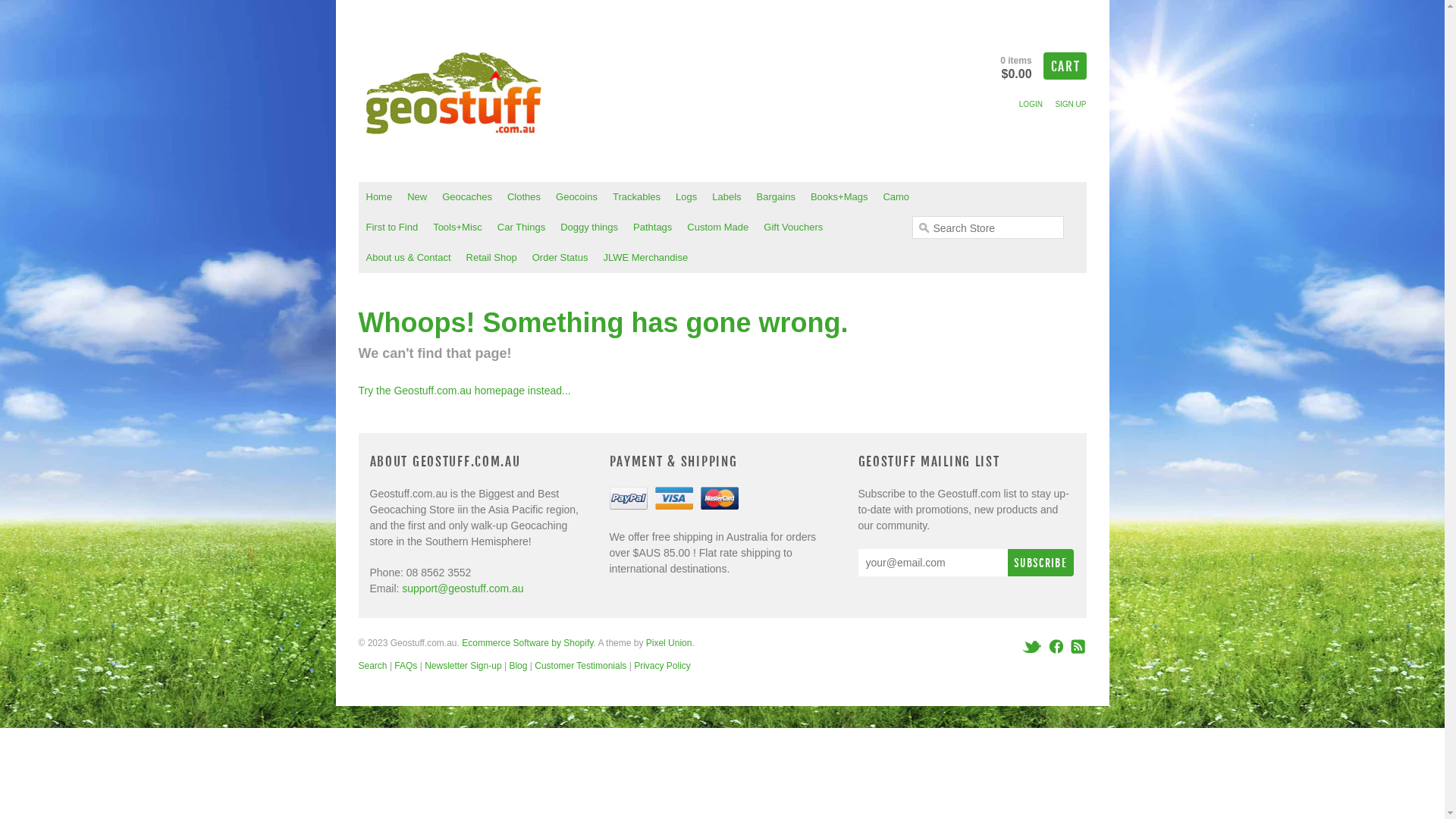  Describe the element at coordinates (1064, 65) in the screenshot. I see `'CART'` at that location.